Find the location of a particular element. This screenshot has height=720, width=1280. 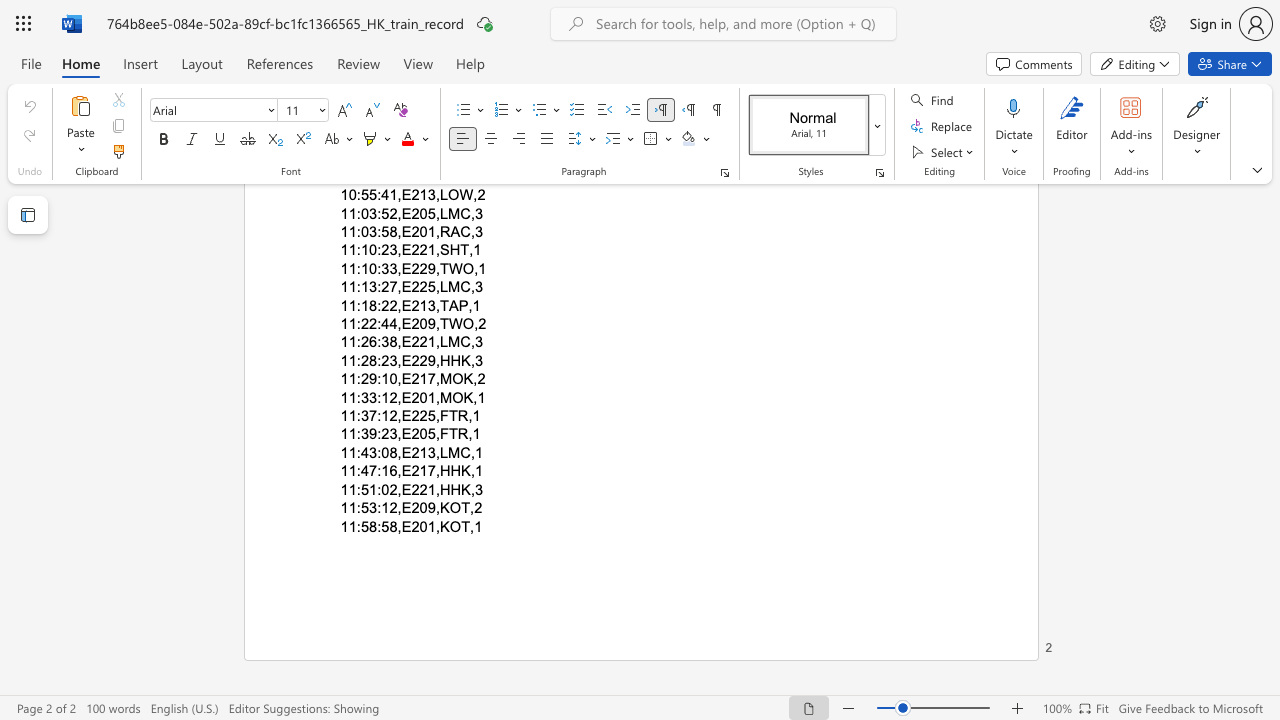

the subset text "HHK" within the text "11:47:16,E217,HHK,1" is located at coordinates (438, 471).